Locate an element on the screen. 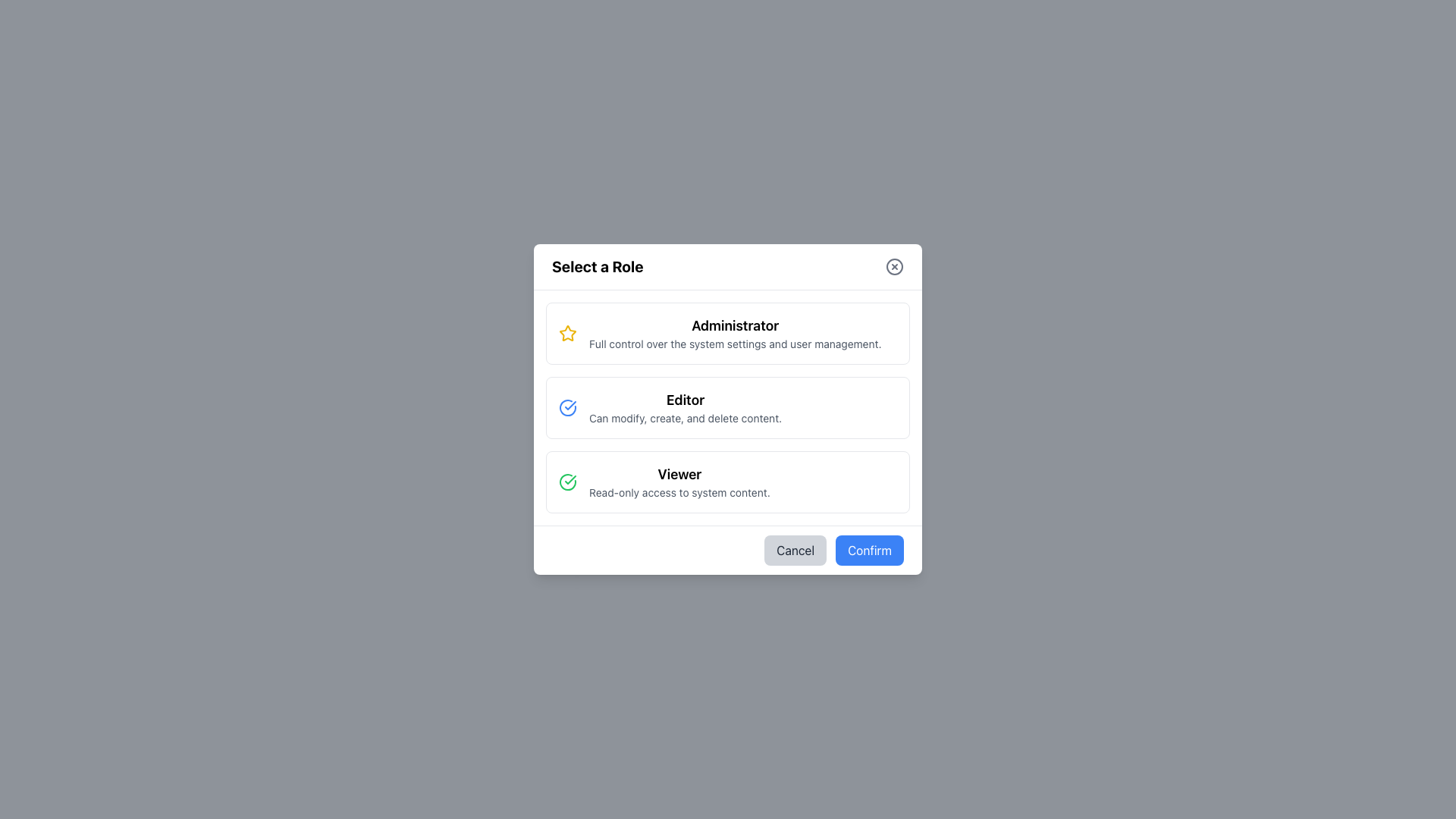 The image size is (1456, 819). the descriptive text label that explains the permissions granted under the Editor role, located below the bold 'Editor' label is located at coordinates (685, 418).